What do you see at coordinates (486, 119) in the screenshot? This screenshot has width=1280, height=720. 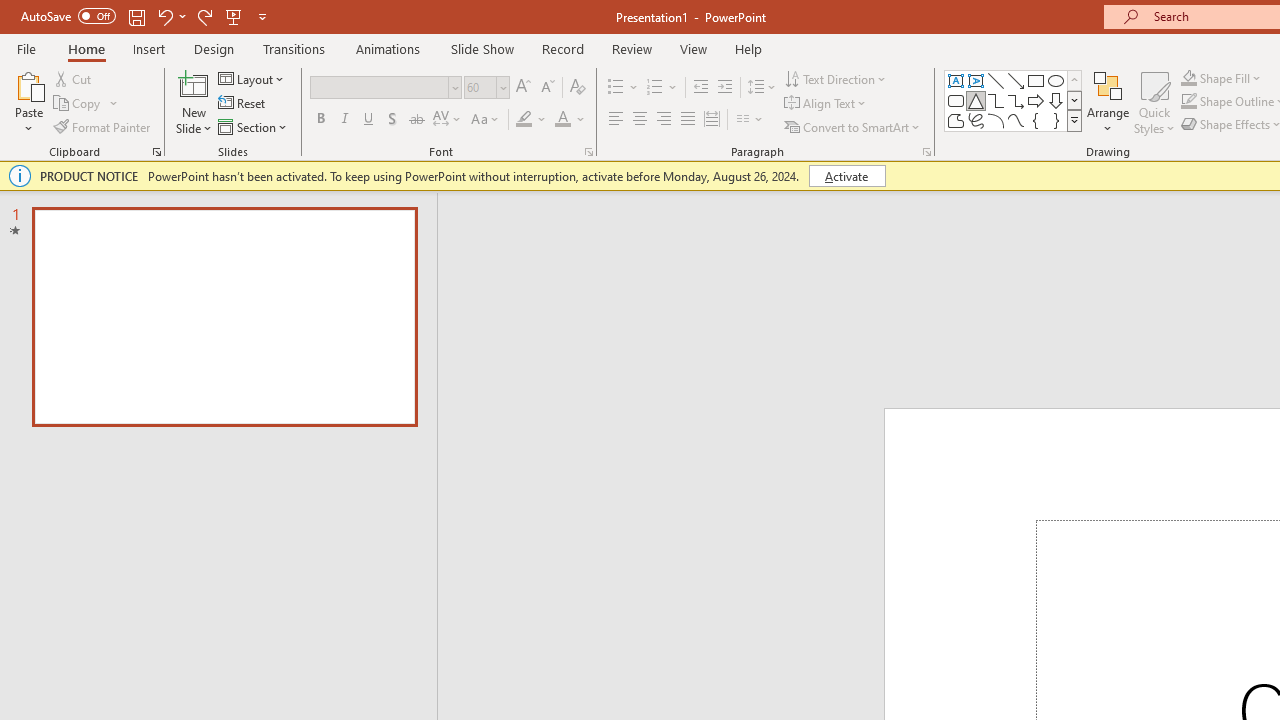 I see `'Change Case'` at bounding box center [486, 119].